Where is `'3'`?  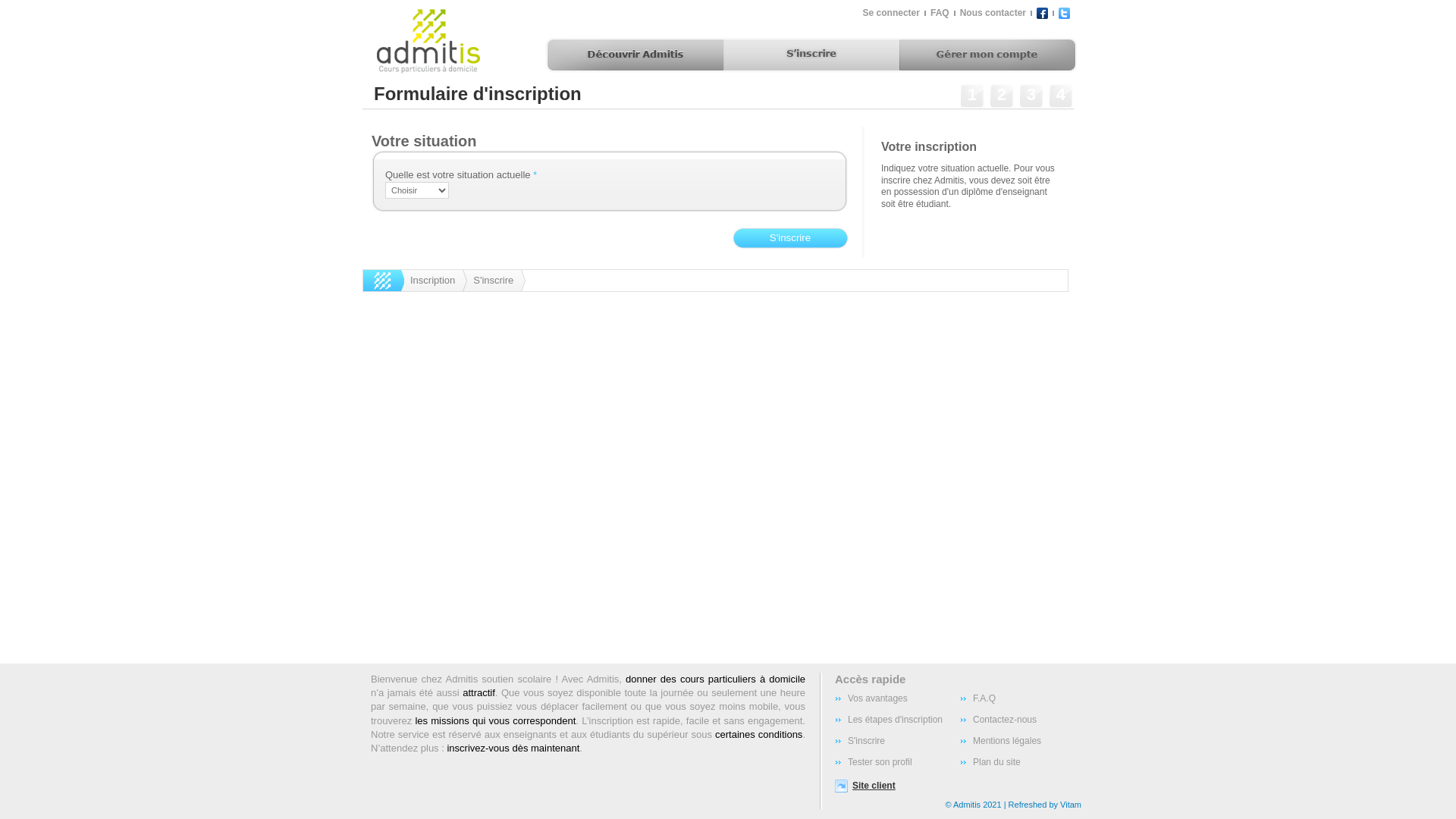
'3' is located at coordinates (1031, 96).